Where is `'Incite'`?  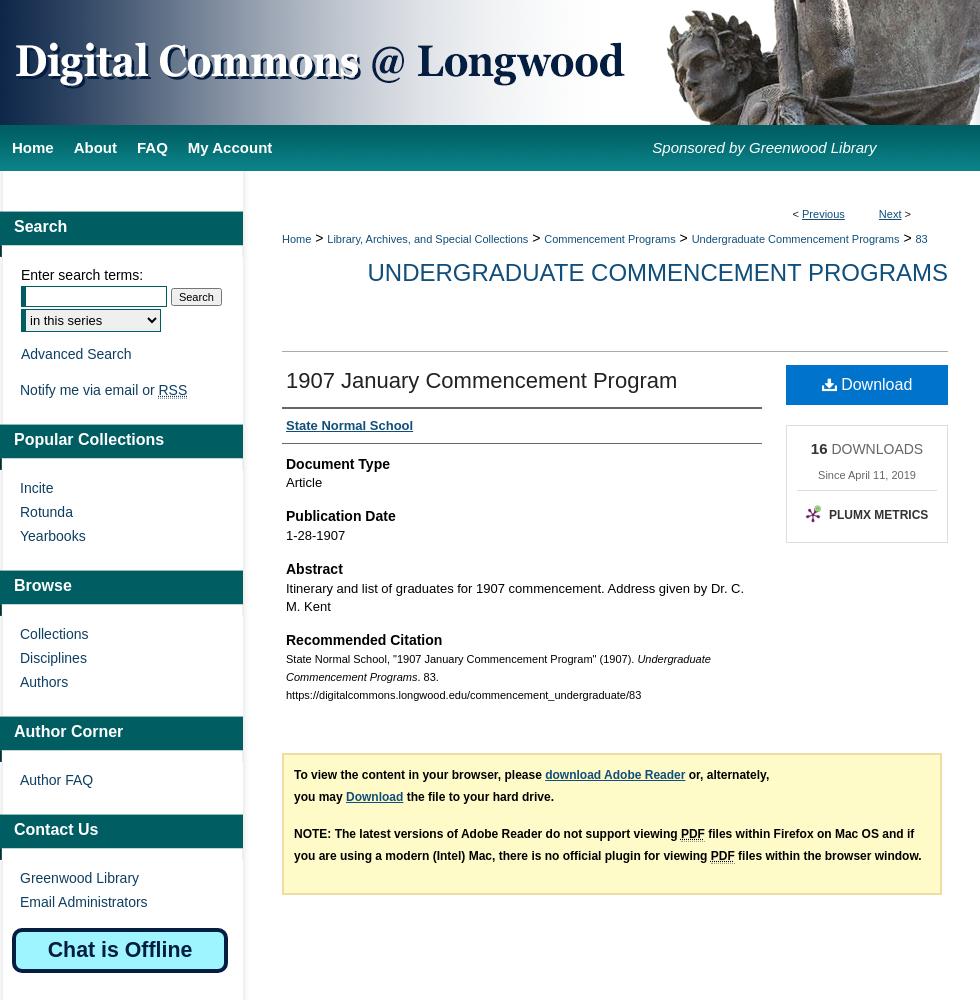
'Incite' is located at coordinates (36, 487).